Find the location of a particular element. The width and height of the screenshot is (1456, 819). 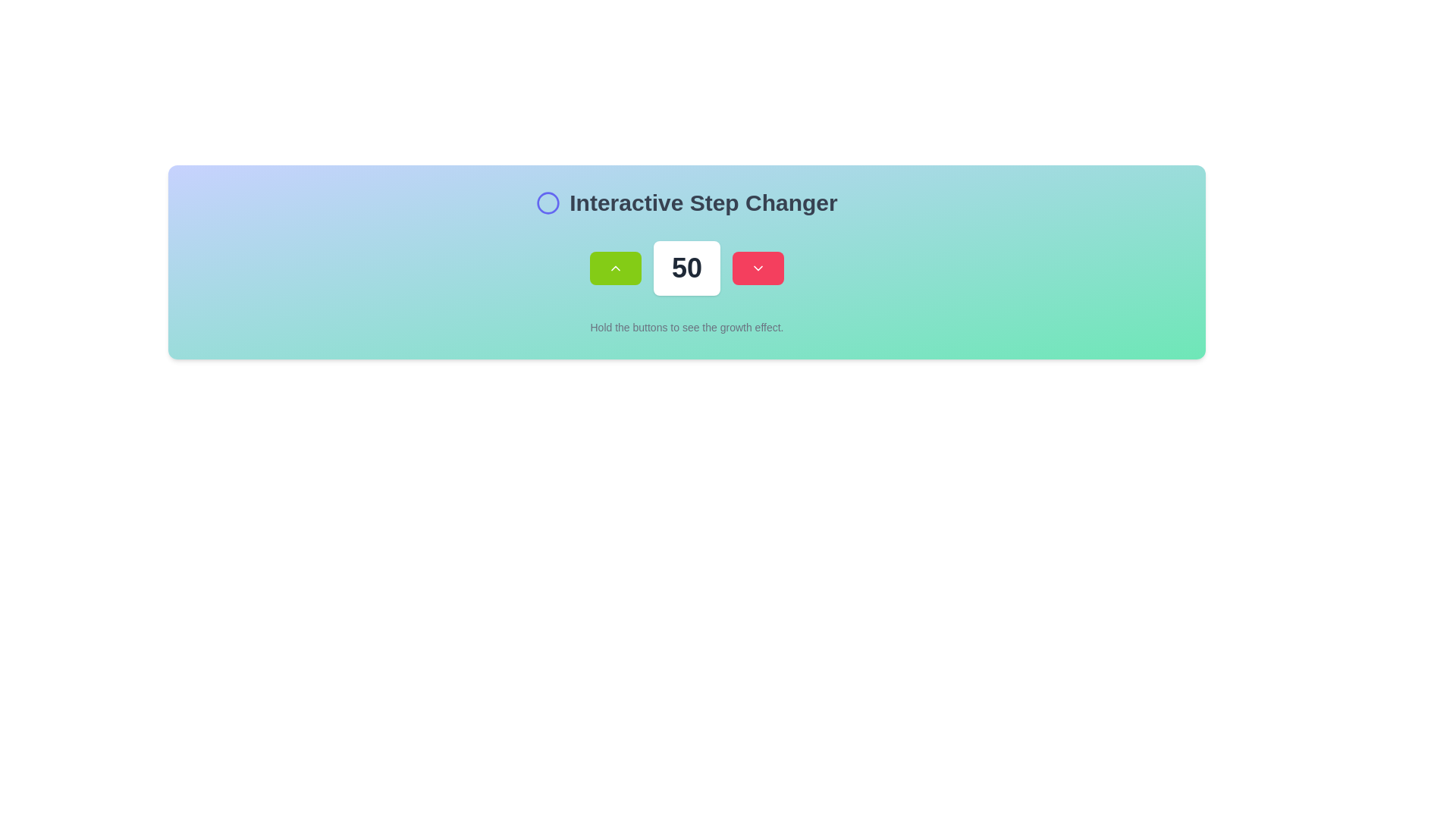

the increment button located on the left side of the group containing the number '50' to activate its hover styling is located at coordinates (615, 268).